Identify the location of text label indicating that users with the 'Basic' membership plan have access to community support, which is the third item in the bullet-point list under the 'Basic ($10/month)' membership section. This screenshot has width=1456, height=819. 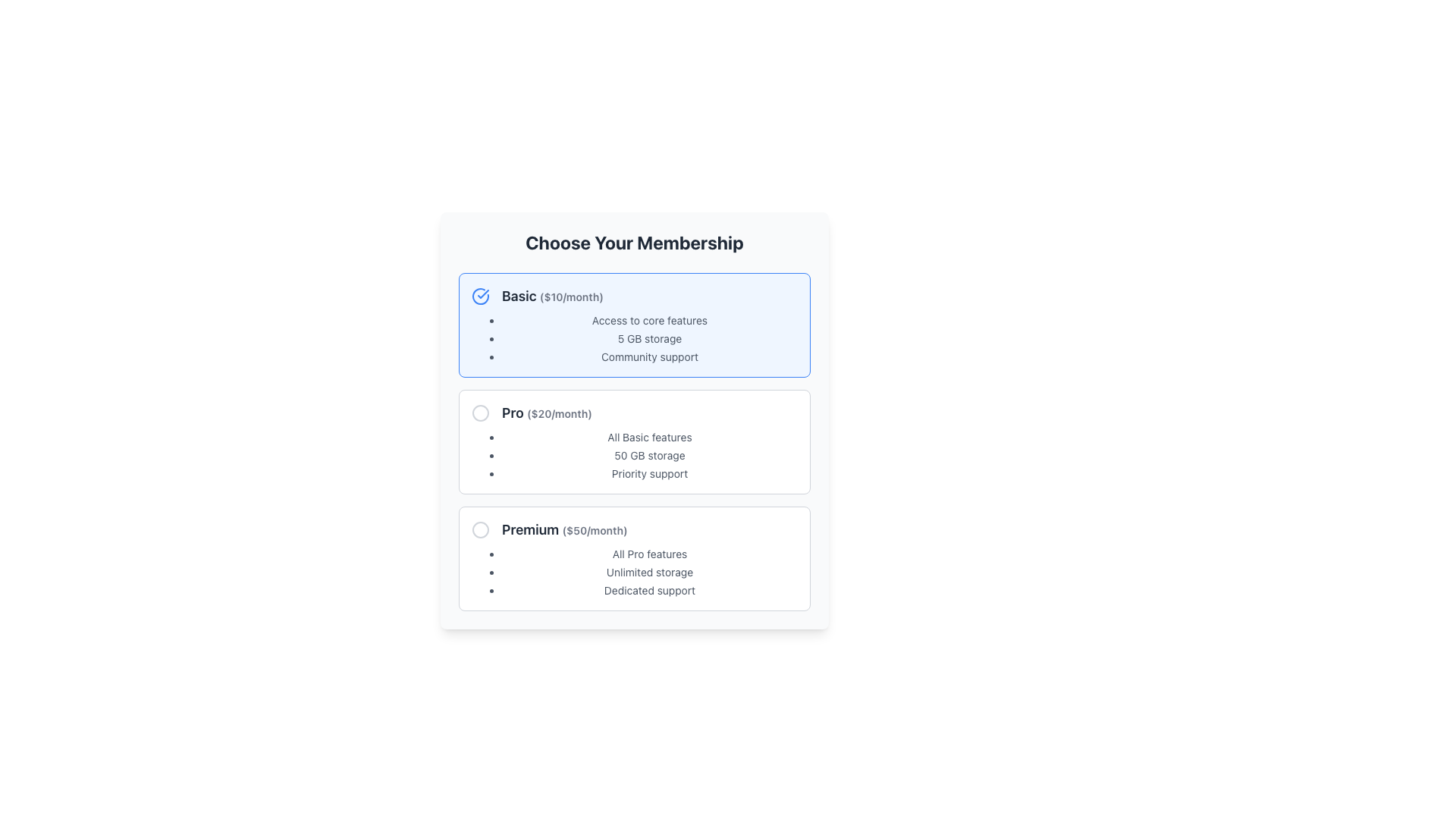
(650, 356).